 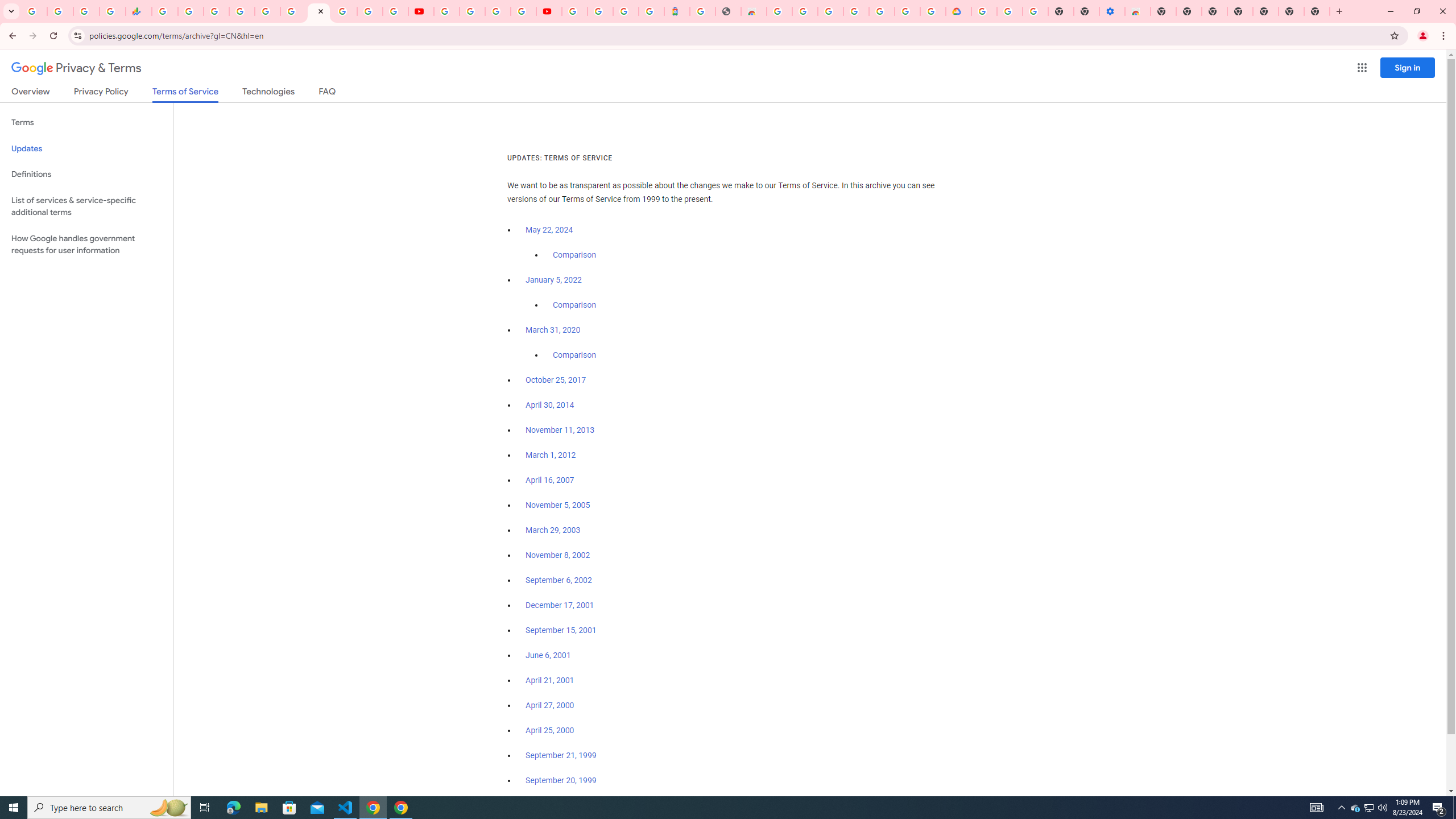 What do you see at coordinates (549, 405) in the screenshot?
I see `'April 30, 2014'` at bounding box center [549, 405].